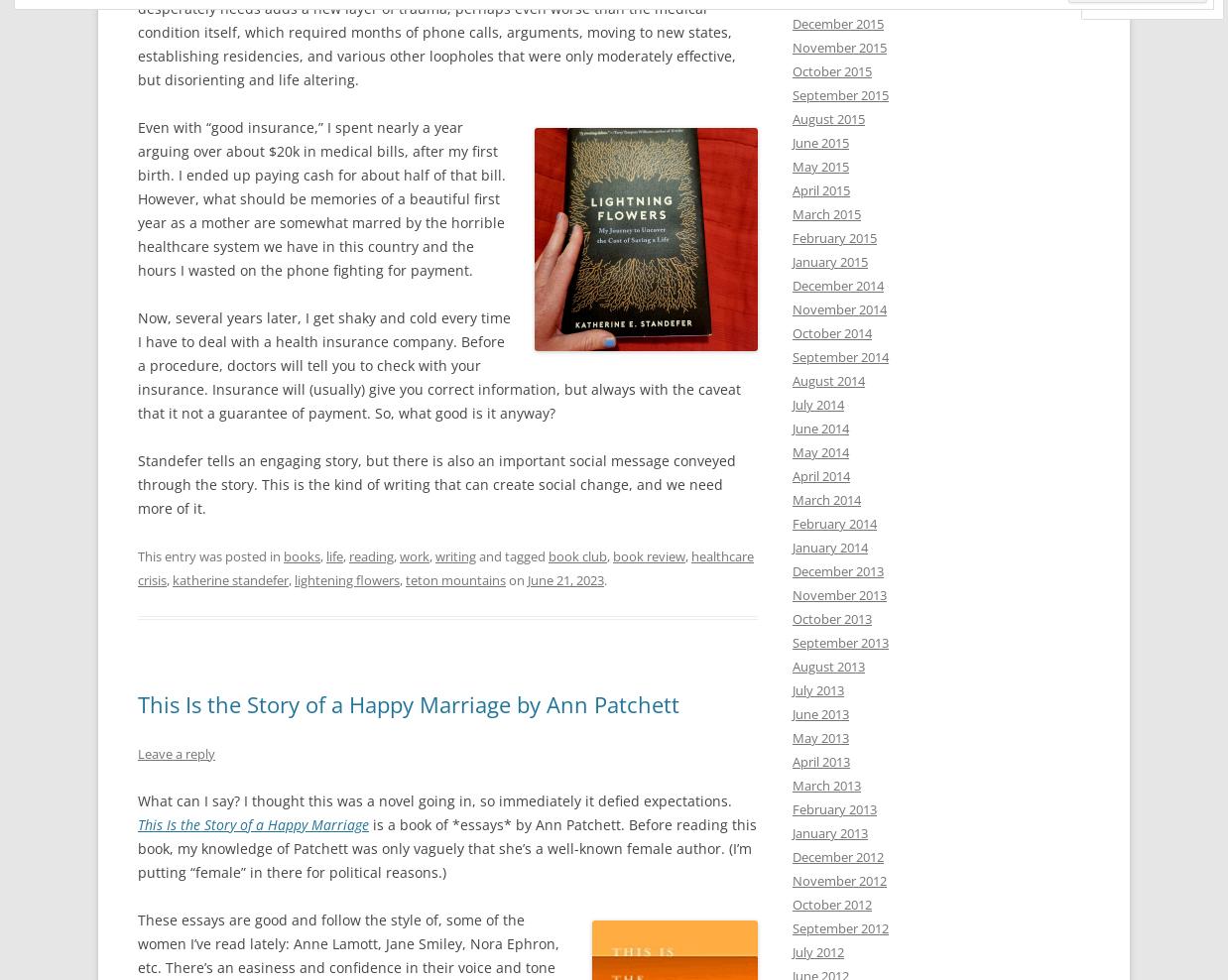 Image resolution: width=1228 pixels, height=980 pixels. I want to click on 'November 2014', so click(793, 309).